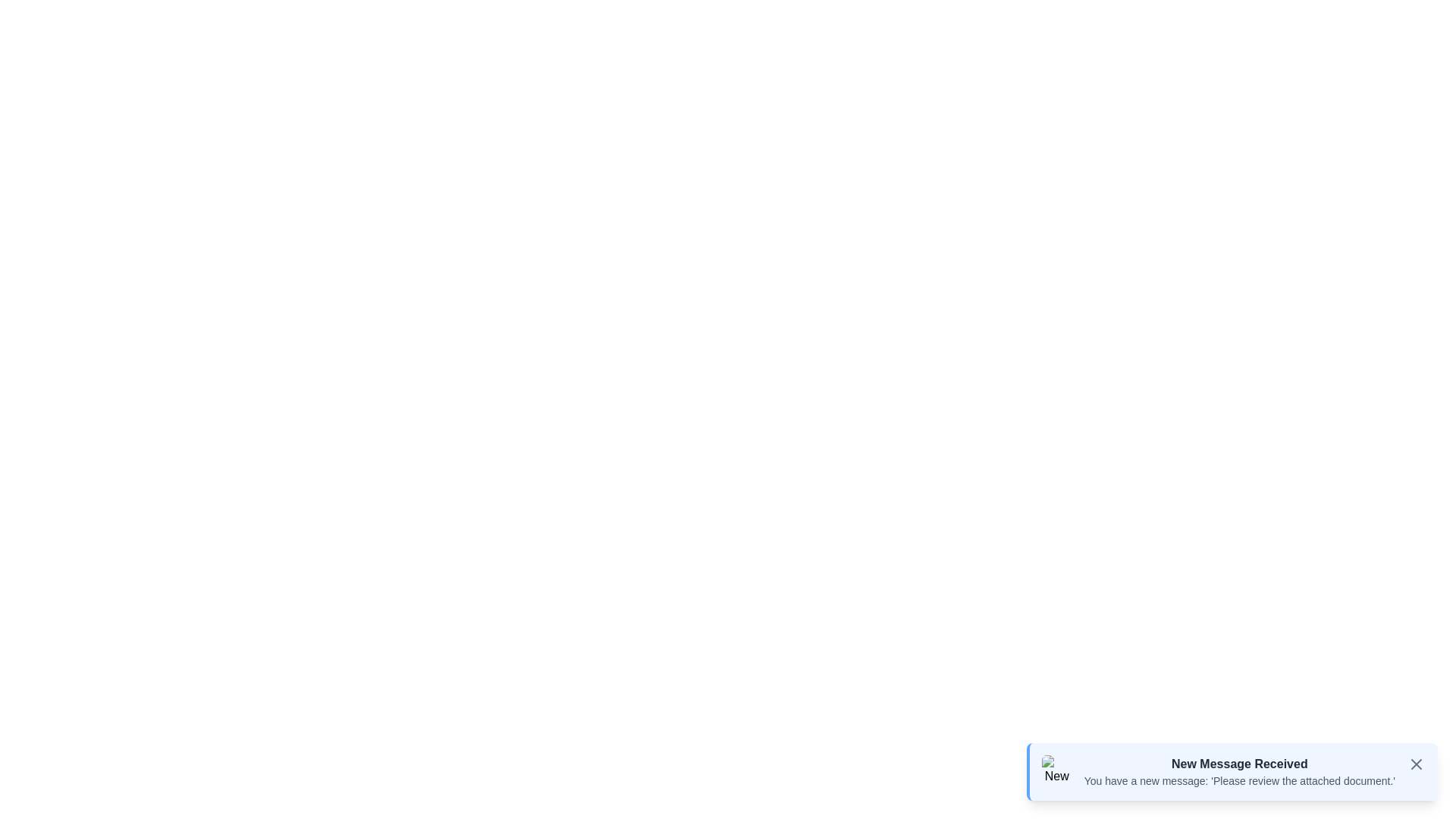 The height and width of the screenshot is (819, 1456). What do you see at coordinates (1415, 764) in the screenshot?
I see `the close button in the snackbar to dismiss it` at bounding box center [1415, 764].